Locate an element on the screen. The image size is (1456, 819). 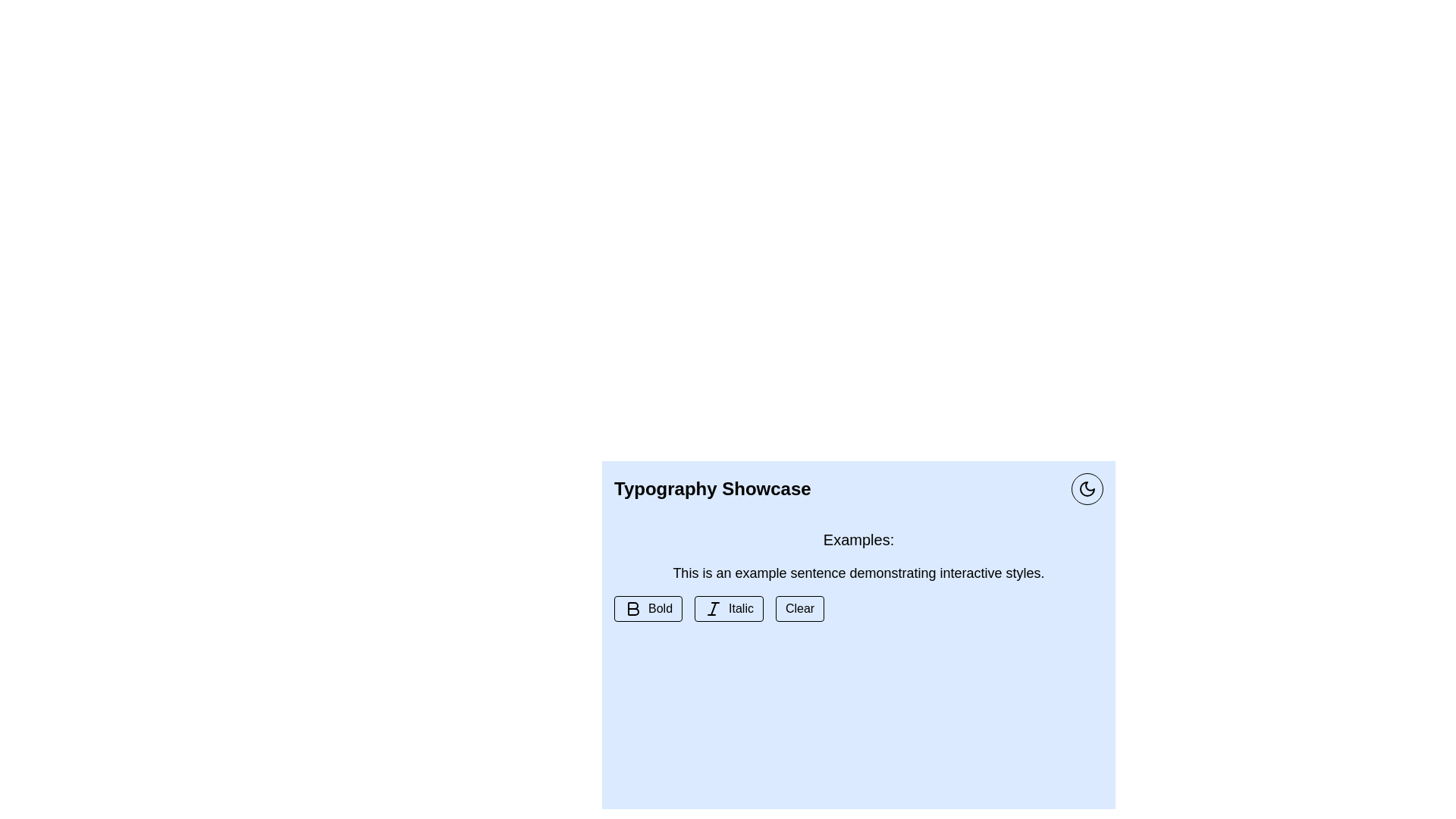
the static text element that serves as an example text for demonstrating typography, located below the title 'Examples:' and above the formatting buttons is located at coordinates (858, 573).